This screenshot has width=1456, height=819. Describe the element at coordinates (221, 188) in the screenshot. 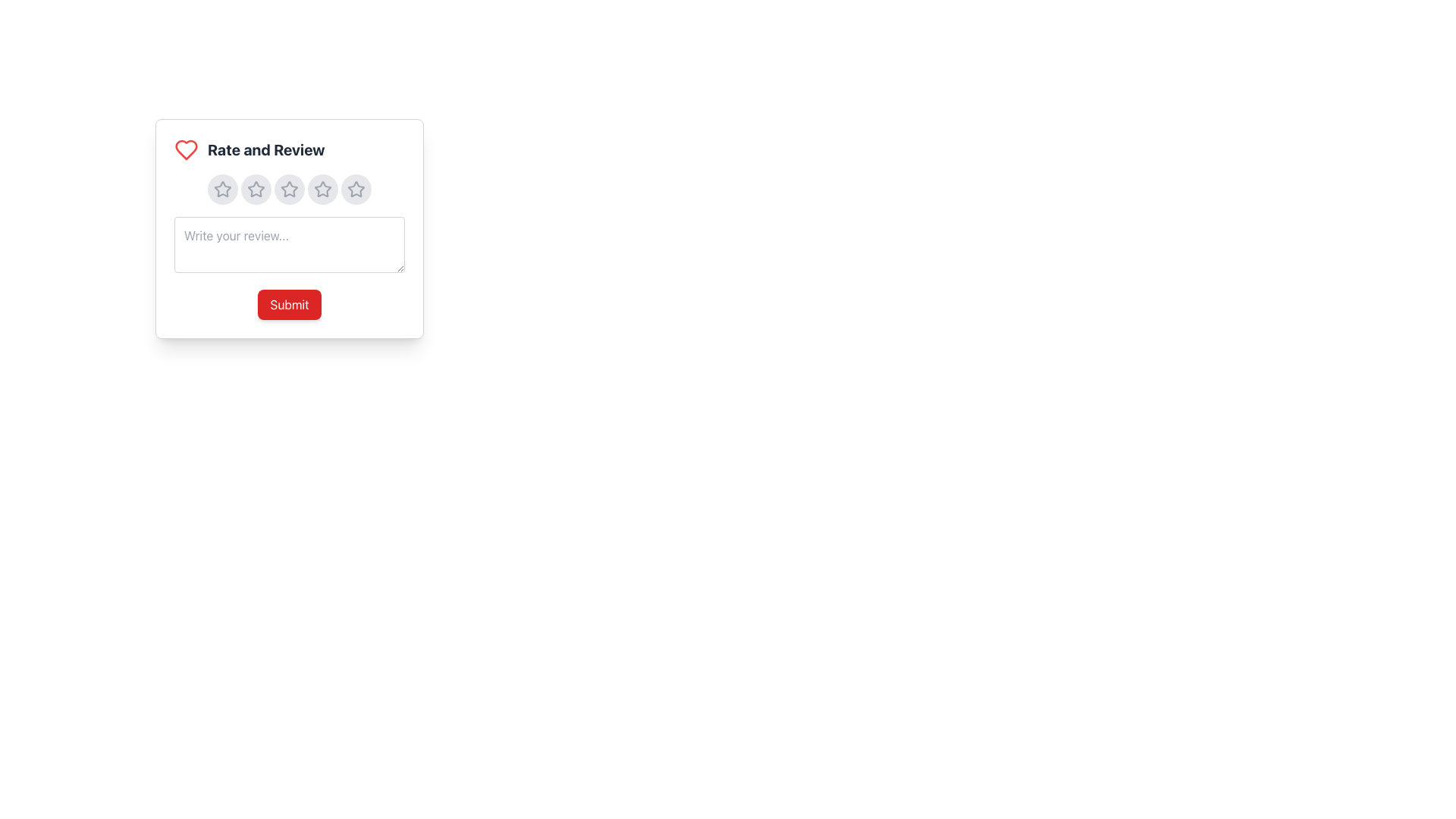

I see `the first star icon in the rating section of the 'Rate and Review' card` at that location.